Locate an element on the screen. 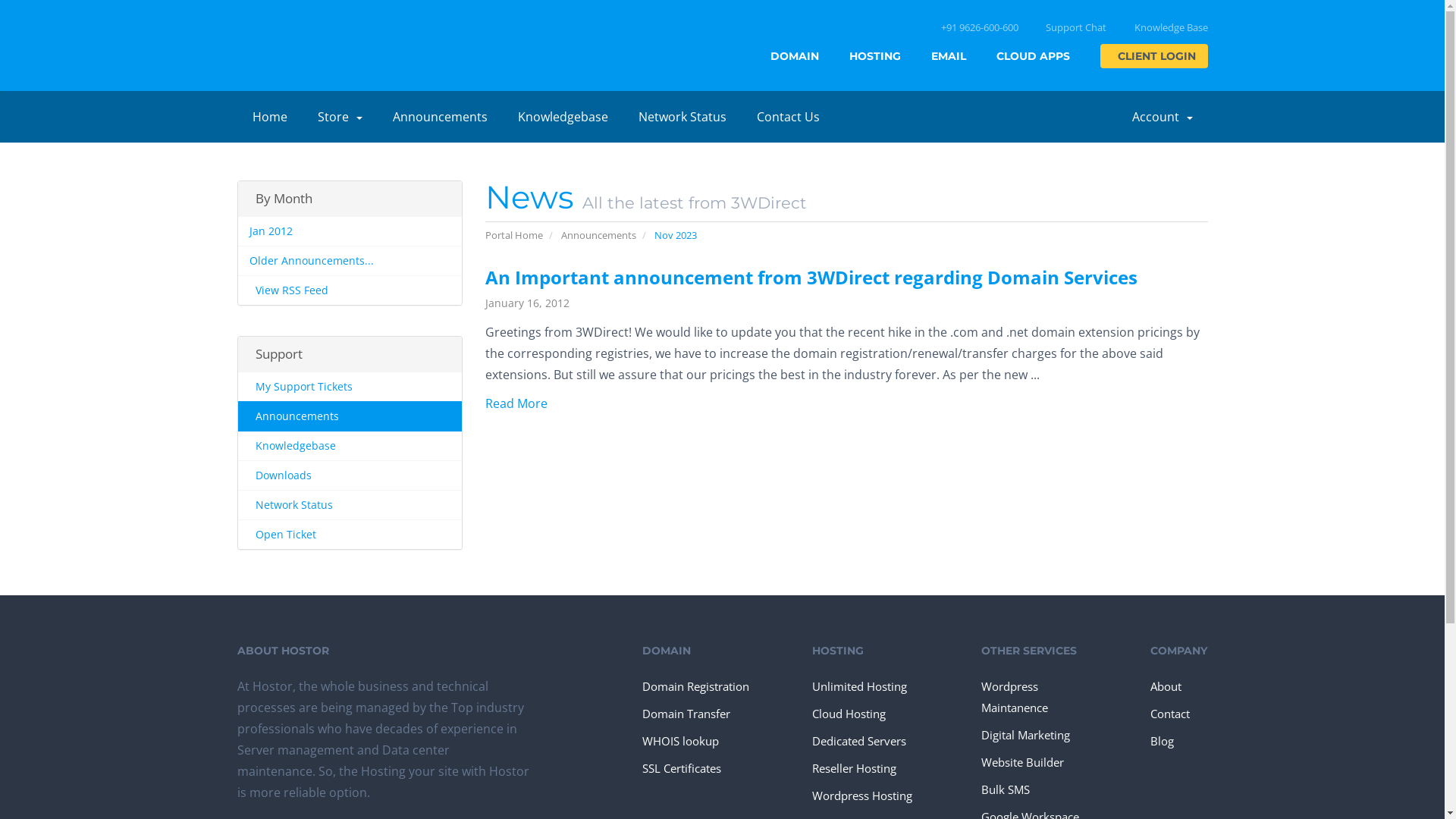 The image size is (1456, 819). '  Network Status' is located at coordinates (349, 505).